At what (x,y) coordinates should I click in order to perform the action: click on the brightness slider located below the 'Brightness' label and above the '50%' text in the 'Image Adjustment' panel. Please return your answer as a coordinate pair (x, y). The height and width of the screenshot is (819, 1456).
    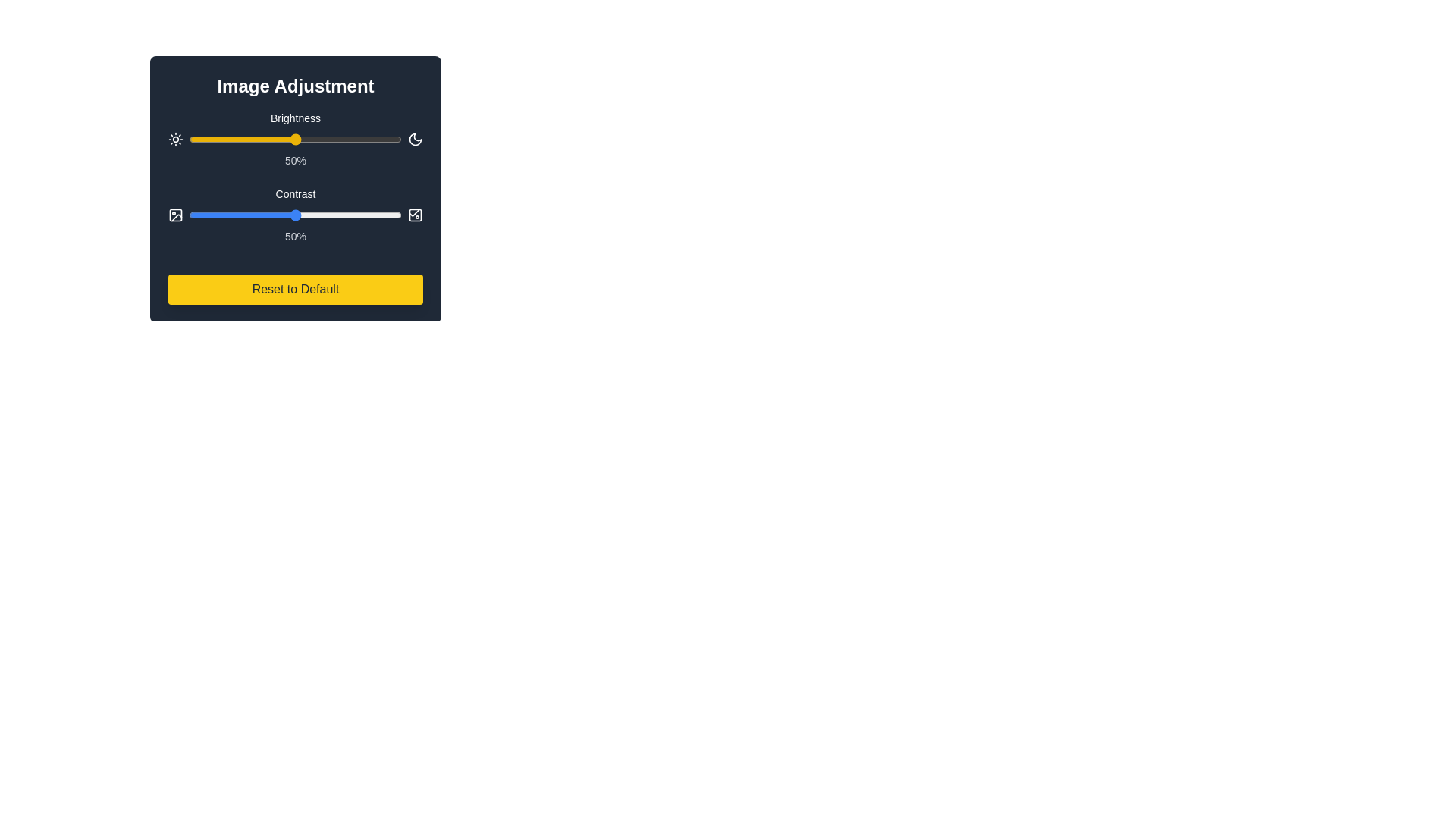
    Looking at the image, I should click on (295, 140).